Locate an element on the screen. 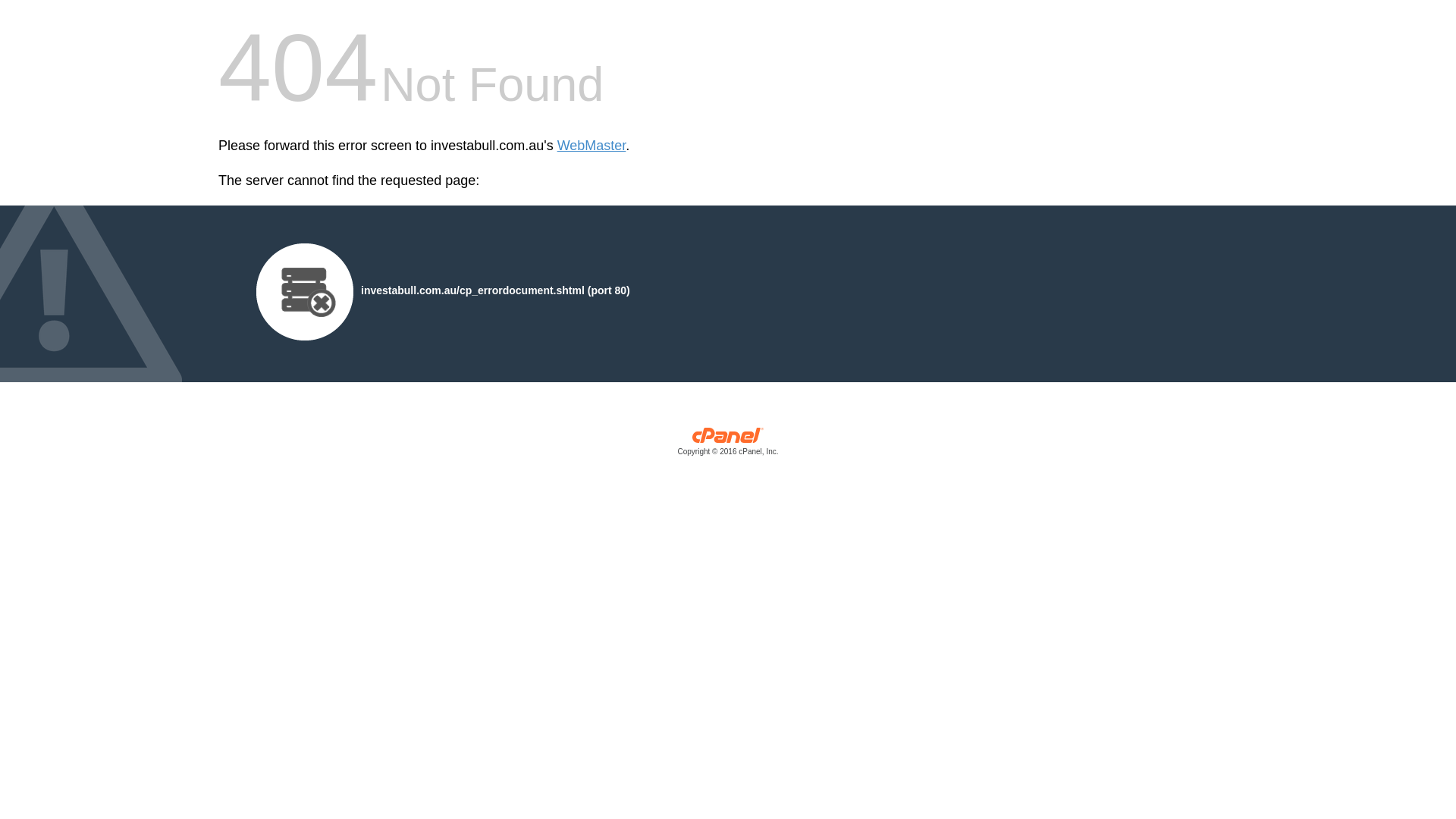 The height and width of the screenshot is (819, 1456). 'WebMaster' is located at coordinates (556, 146).